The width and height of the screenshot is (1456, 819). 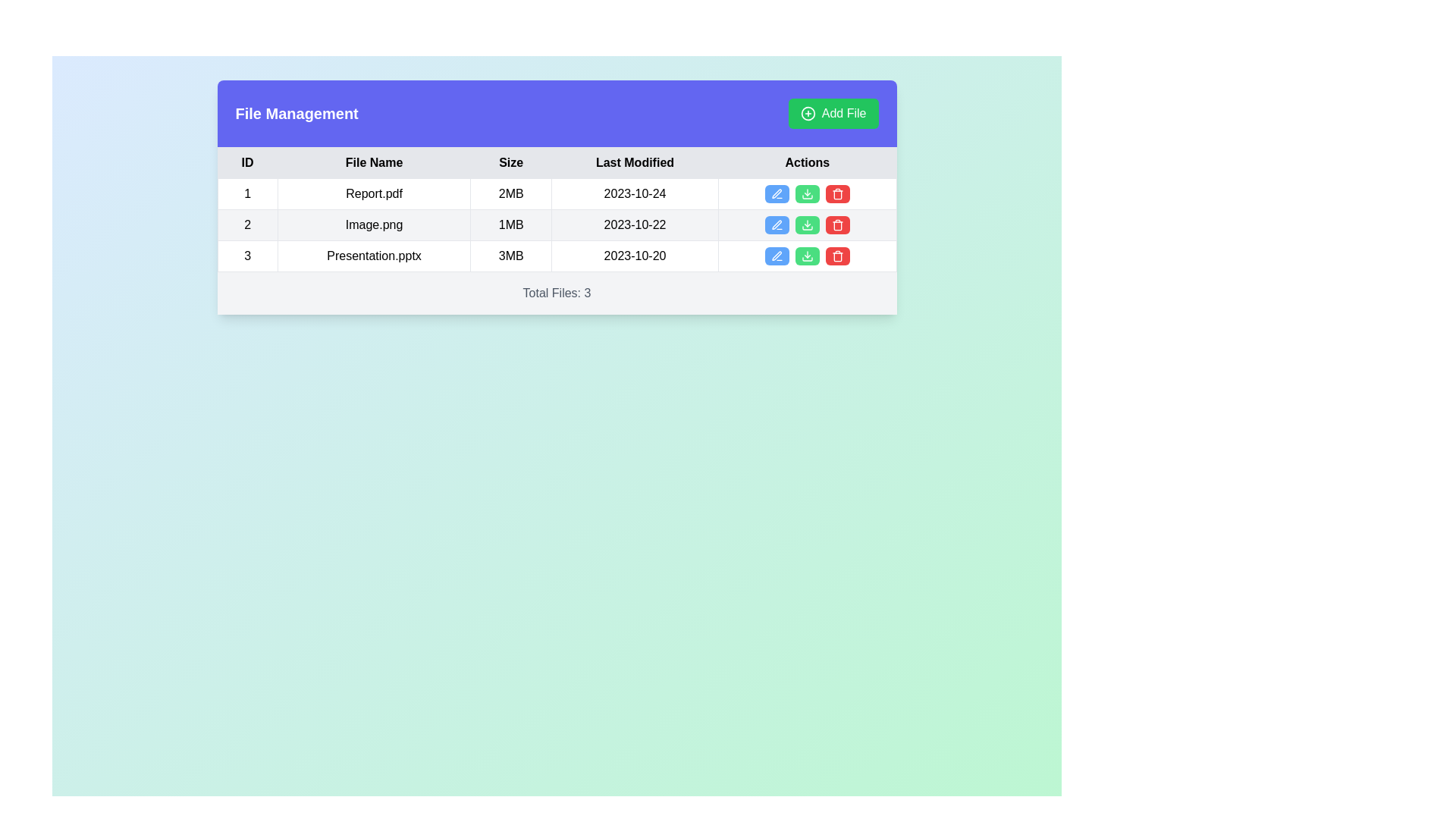 What do you see at coordinates (806, 256) in the screenshot?
I see `the download icon button located in the 'Actions' column of the third row in the table to initiate file download` at bounding box center [806, 256].